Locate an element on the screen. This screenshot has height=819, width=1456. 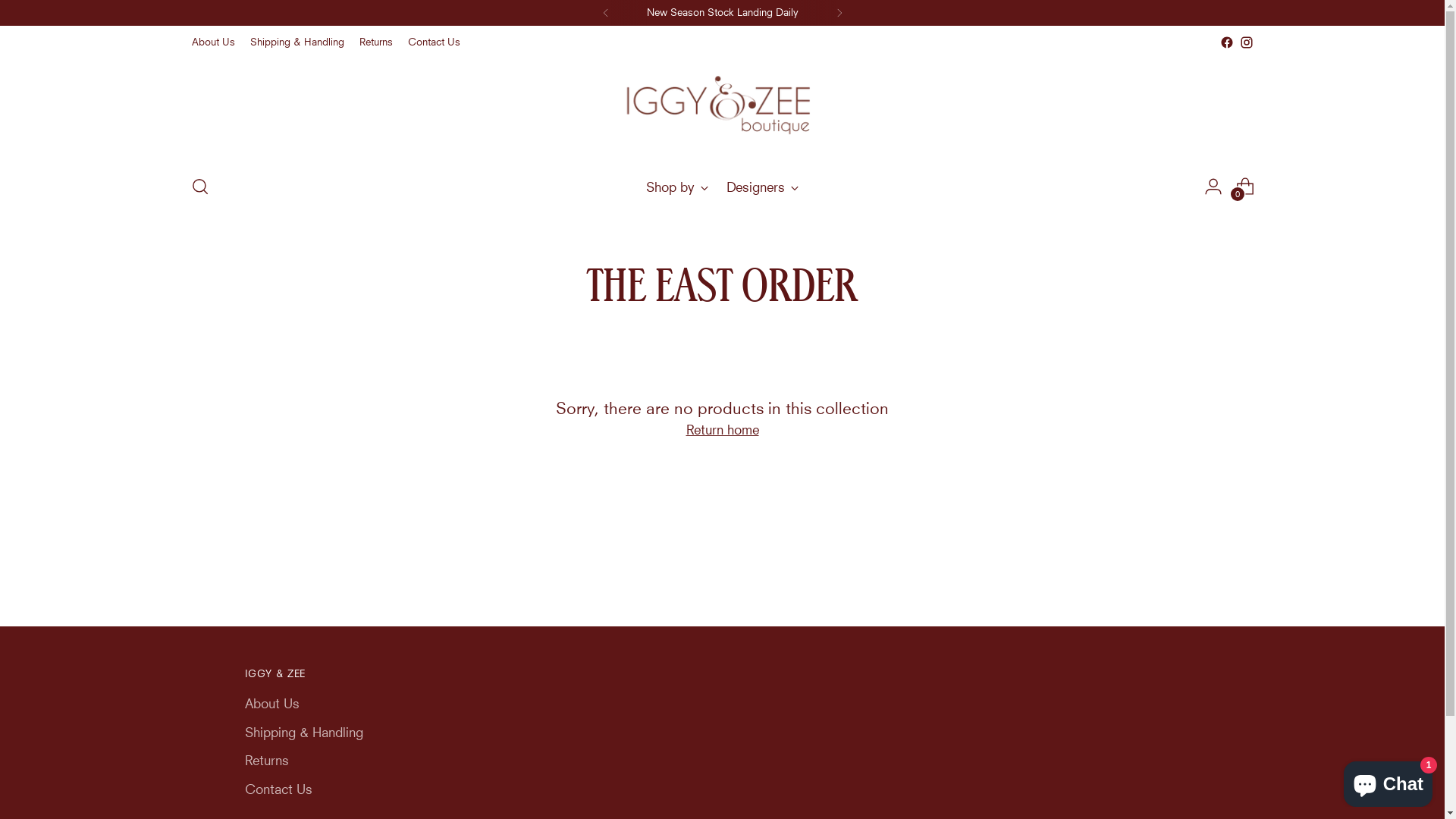
'Next' is located at coordinates (821, 12).